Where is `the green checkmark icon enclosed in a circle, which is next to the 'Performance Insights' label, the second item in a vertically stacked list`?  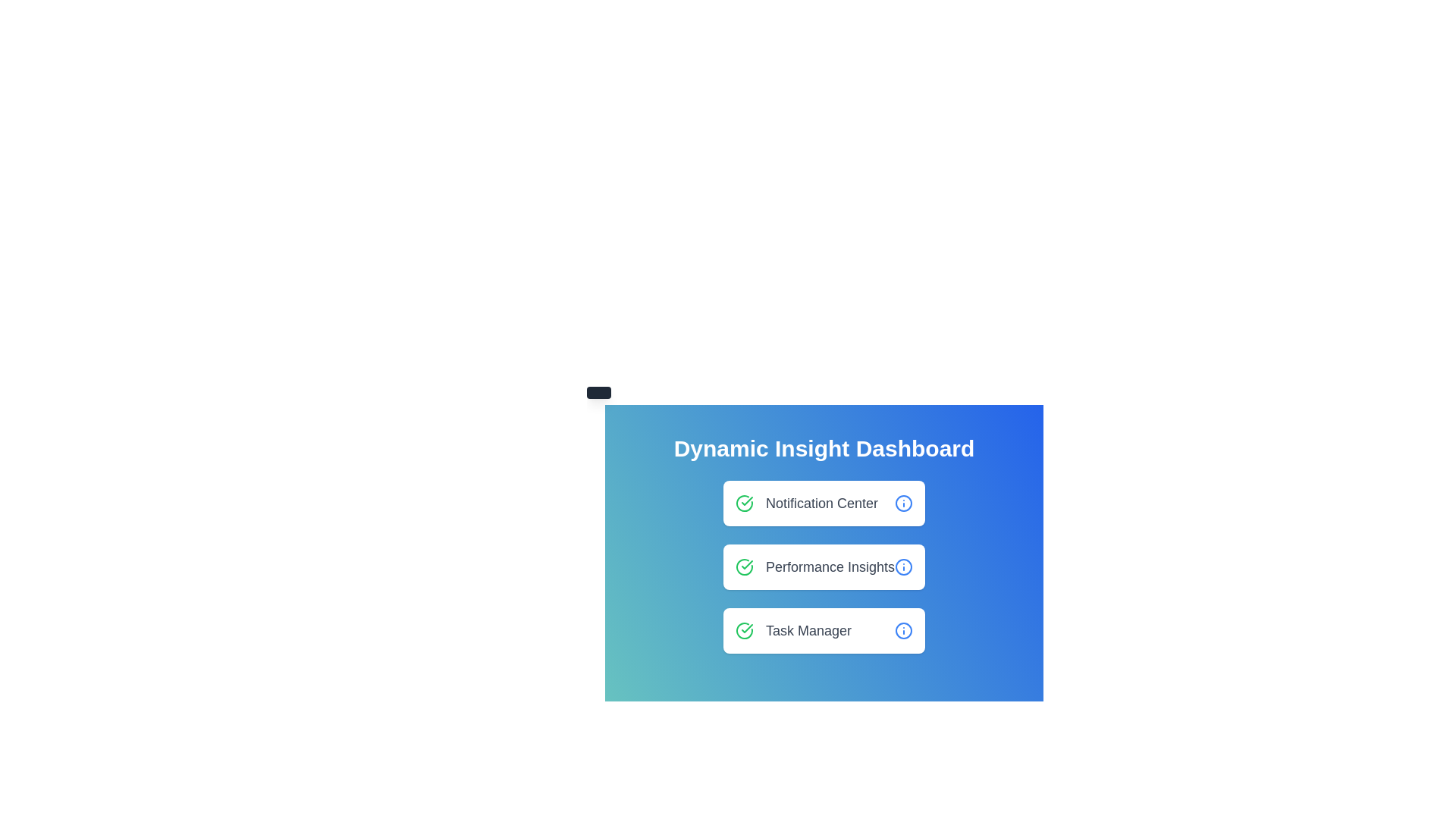 the green checkmark icon enclosed in a circle, which is next to the 'Performance Insights' label, the second item in a vertically stacked list is located at coordinates (744, 567).